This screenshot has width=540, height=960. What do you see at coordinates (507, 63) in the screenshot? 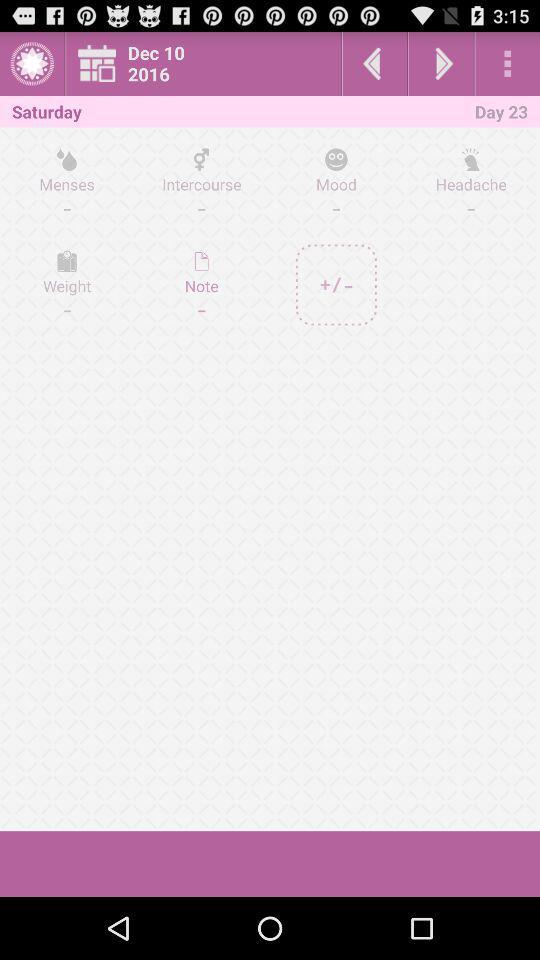
I see `menu` at bounding box center [507, 63].